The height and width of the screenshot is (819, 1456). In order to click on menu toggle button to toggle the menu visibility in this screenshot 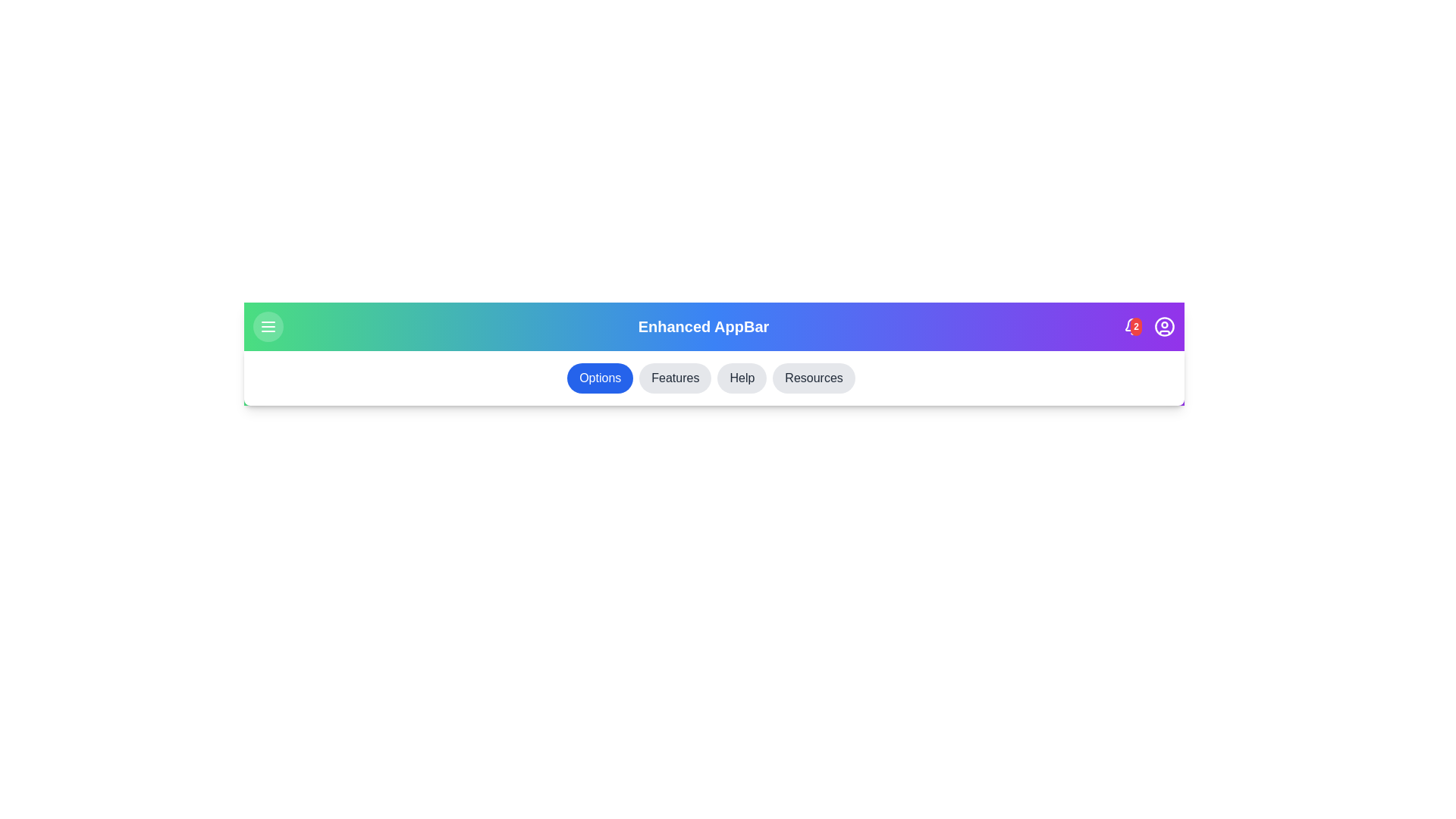, I will do `click(268, 326)`.